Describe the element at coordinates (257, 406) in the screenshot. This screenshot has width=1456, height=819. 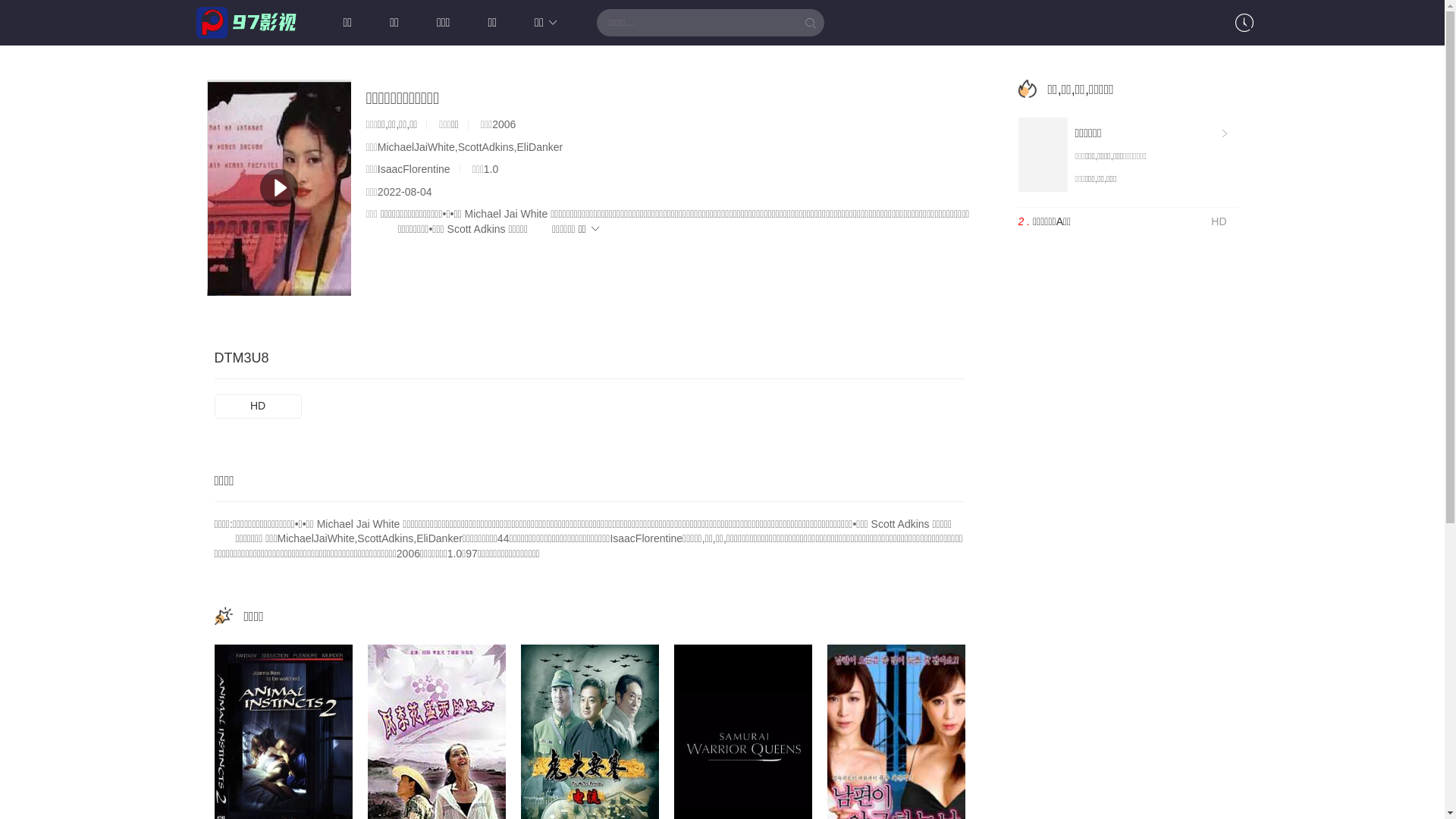
I see `'HD'` at that location.